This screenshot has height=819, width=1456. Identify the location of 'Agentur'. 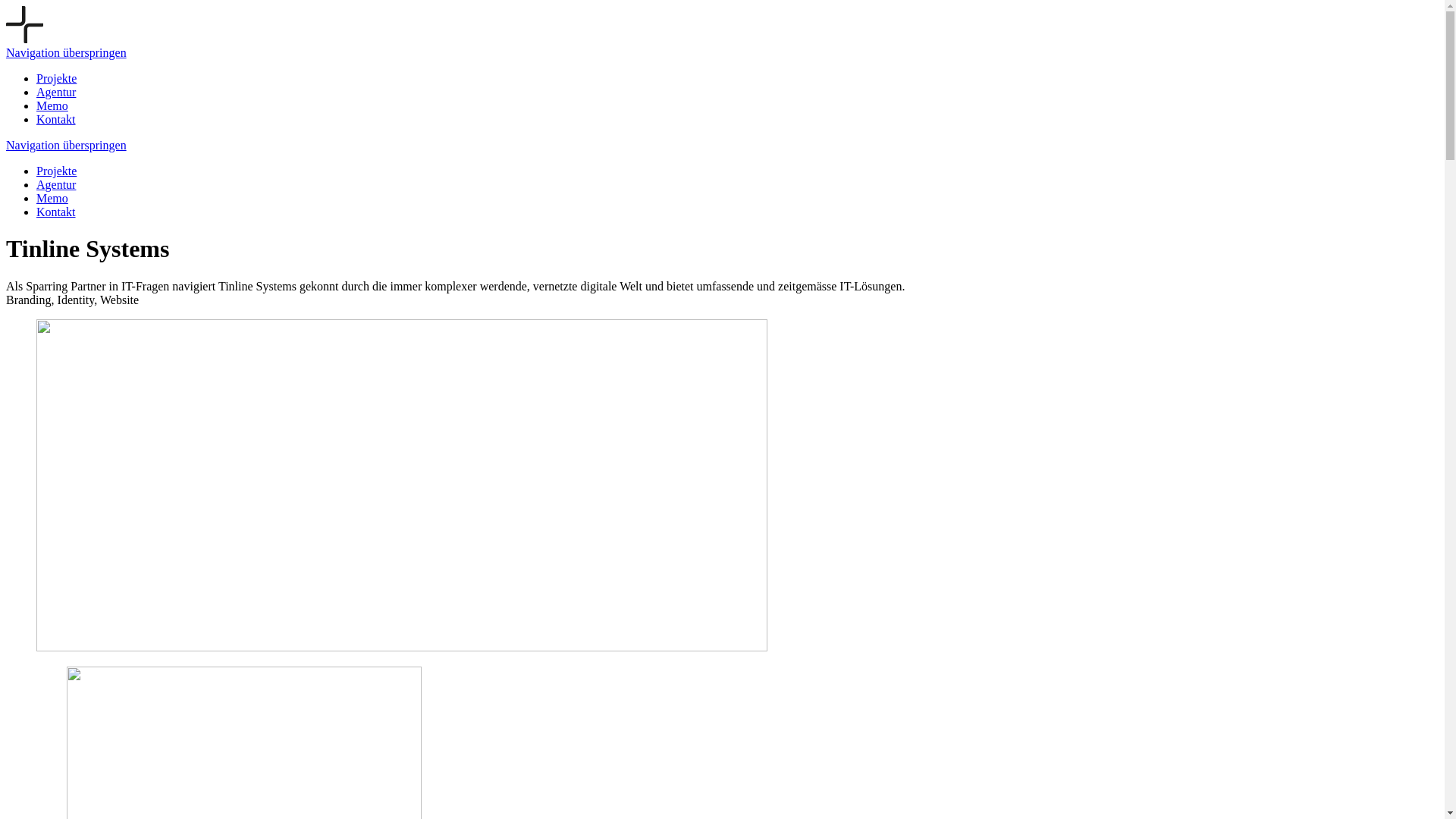
(55, 184).